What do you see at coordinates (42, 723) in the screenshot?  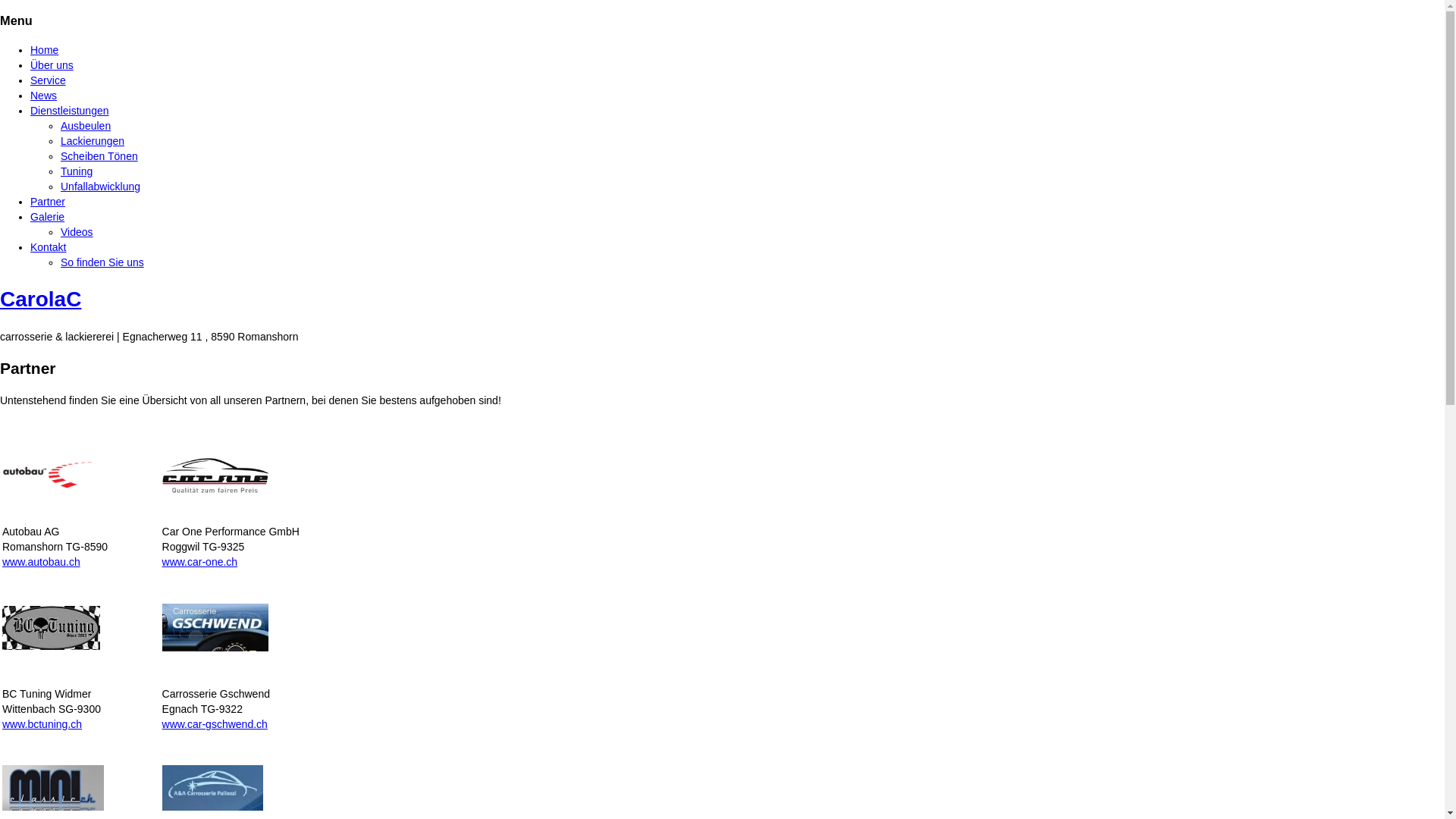 I see `'www.bctuning.ch'` at bounding box center [42, 723].